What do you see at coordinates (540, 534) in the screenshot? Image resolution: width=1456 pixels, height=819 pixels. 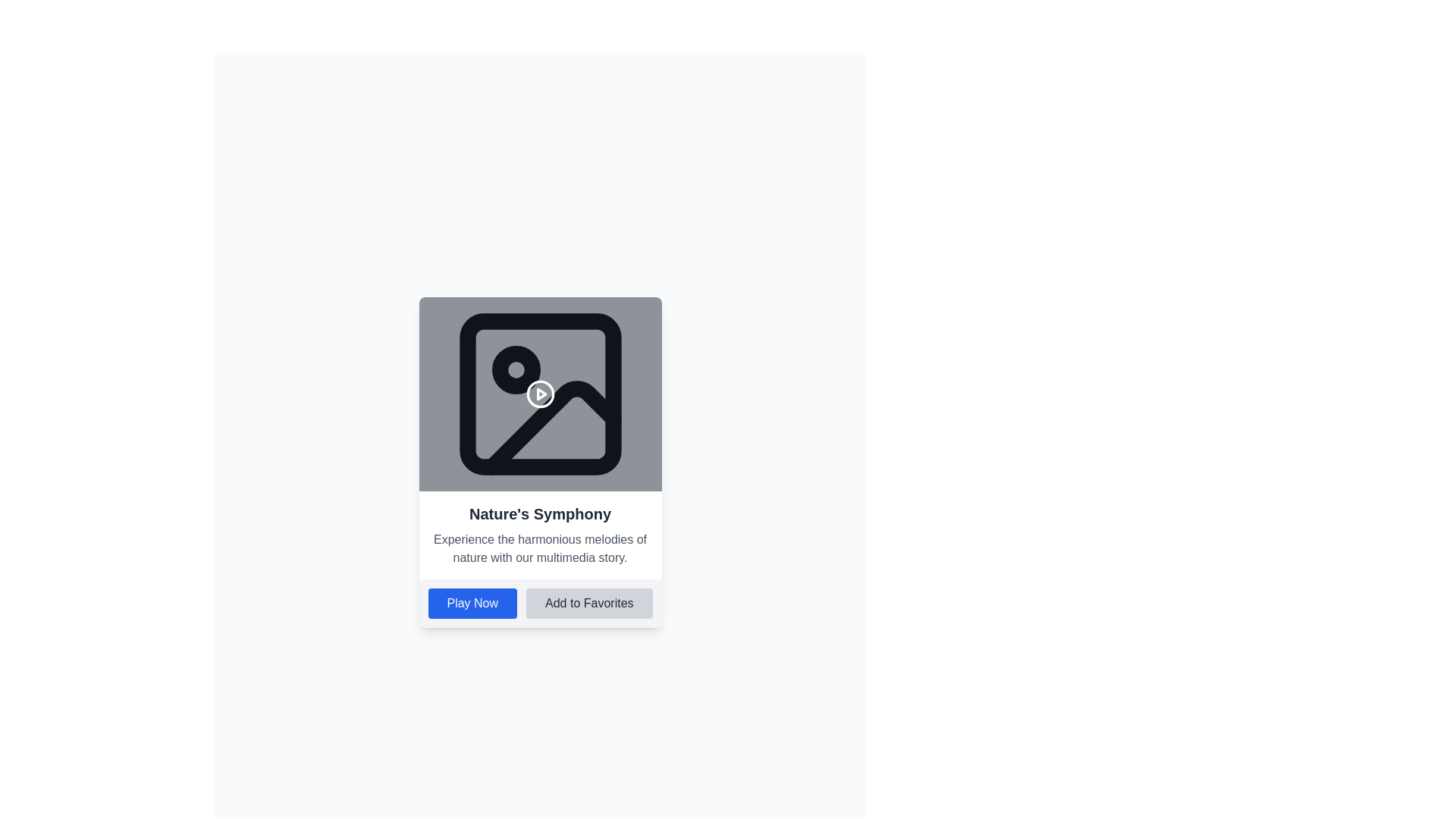 I see `the informational text block that contains a heading and a paragraph, which is positioned below an image placeholder and above the 'Play Now' and 'Add to Favorites' buttons` at bounding box center [540, 534].